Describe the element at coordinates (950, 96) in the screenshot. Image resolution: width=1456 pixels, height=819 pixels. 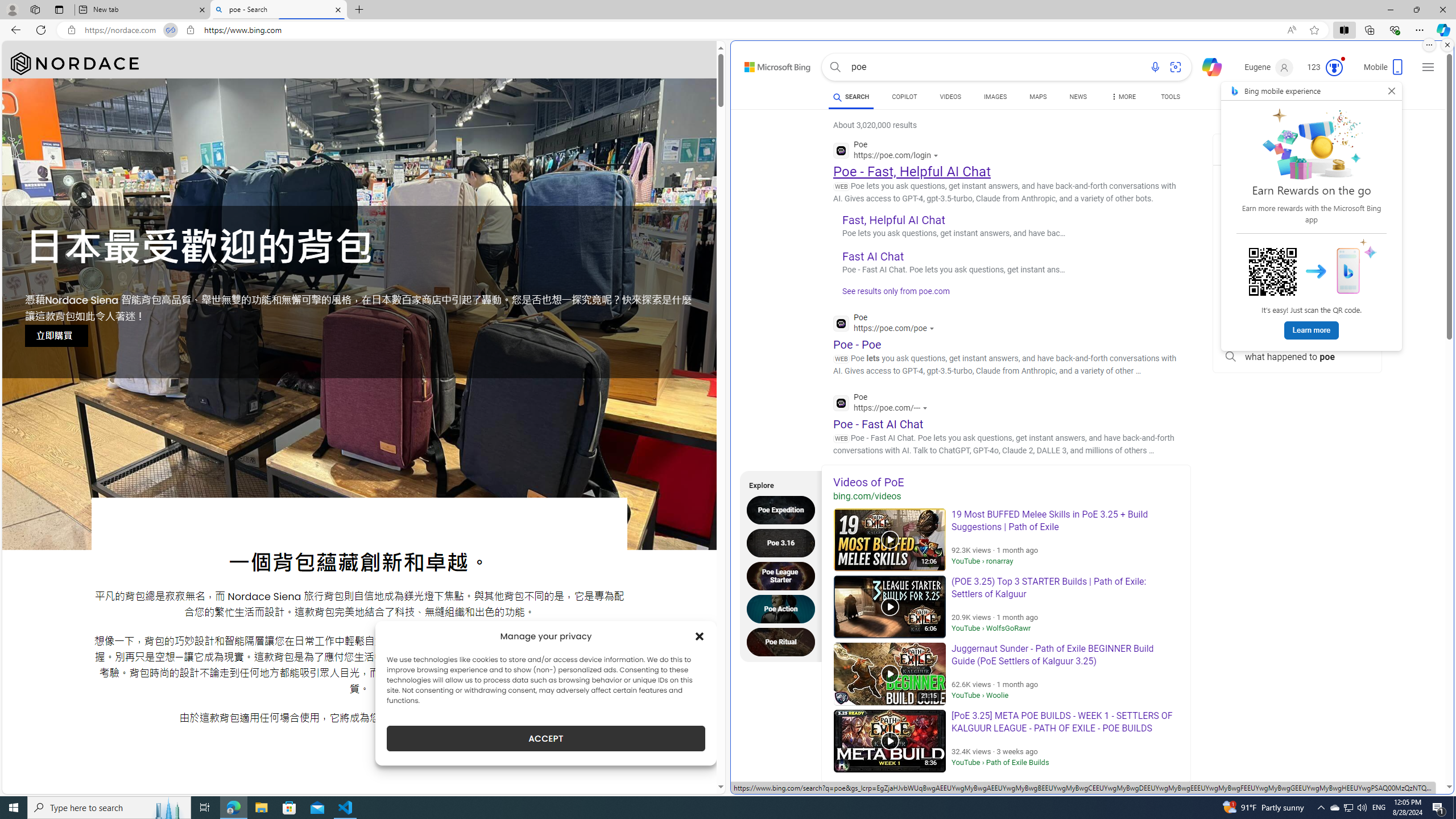
I see `'VIDEOS'` at that location.